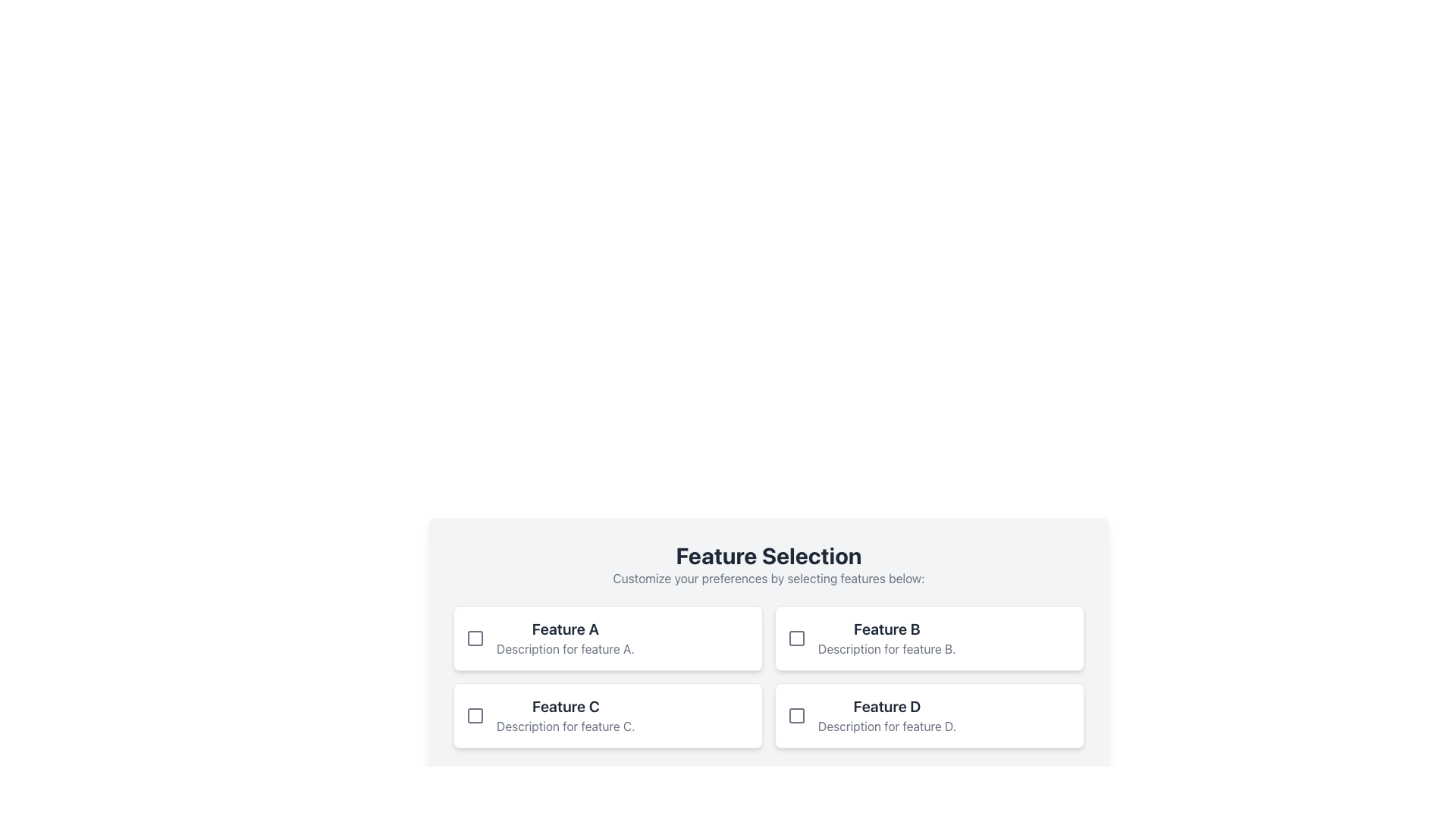 This screenshot has width=1456, height=819. I want to click on the checkbox, so click(607, 638).